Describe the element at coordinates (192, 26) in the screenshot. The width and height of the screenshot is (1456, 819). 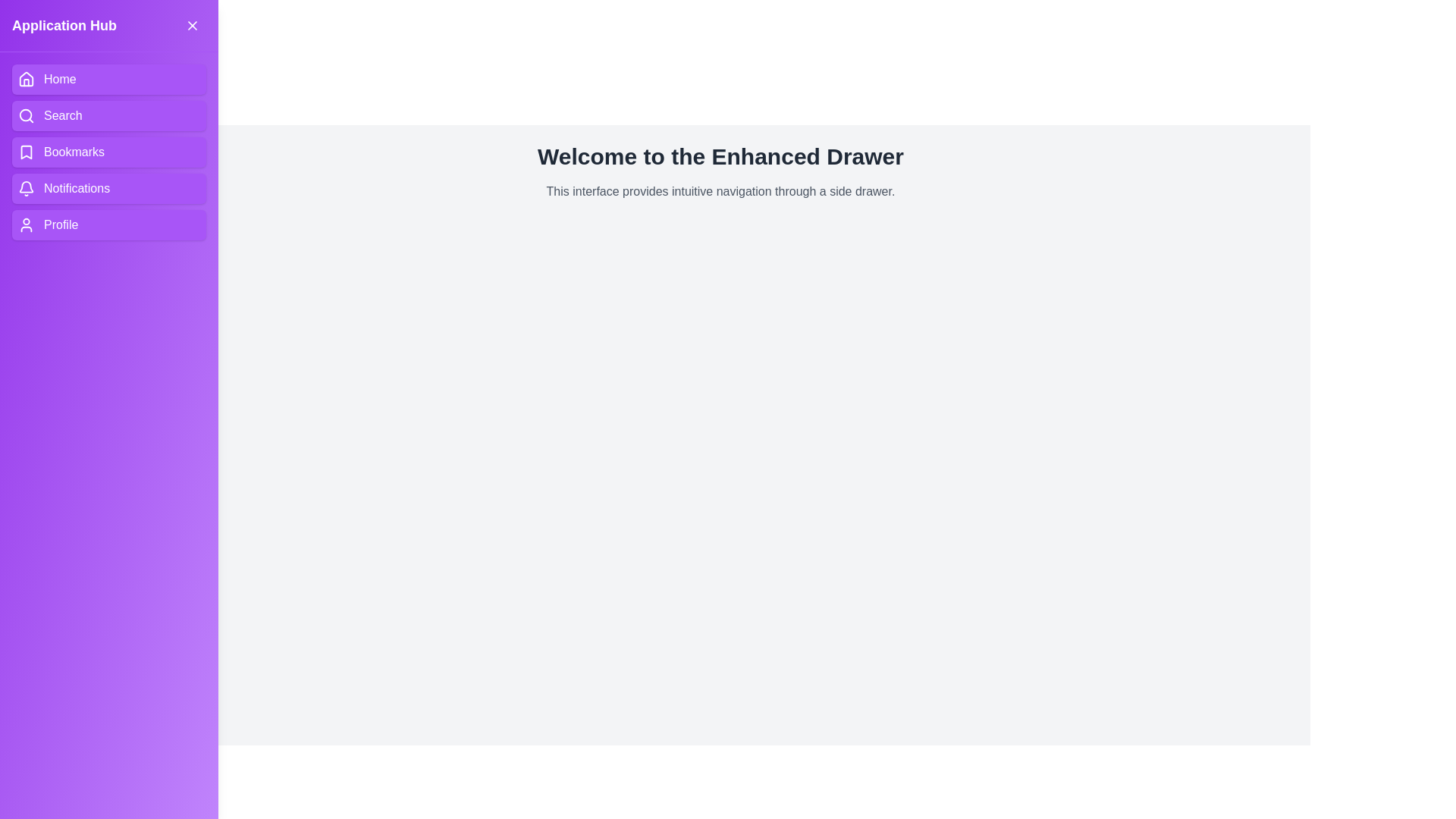
I see `the close button in the drawer header to close the drawer` at that location.